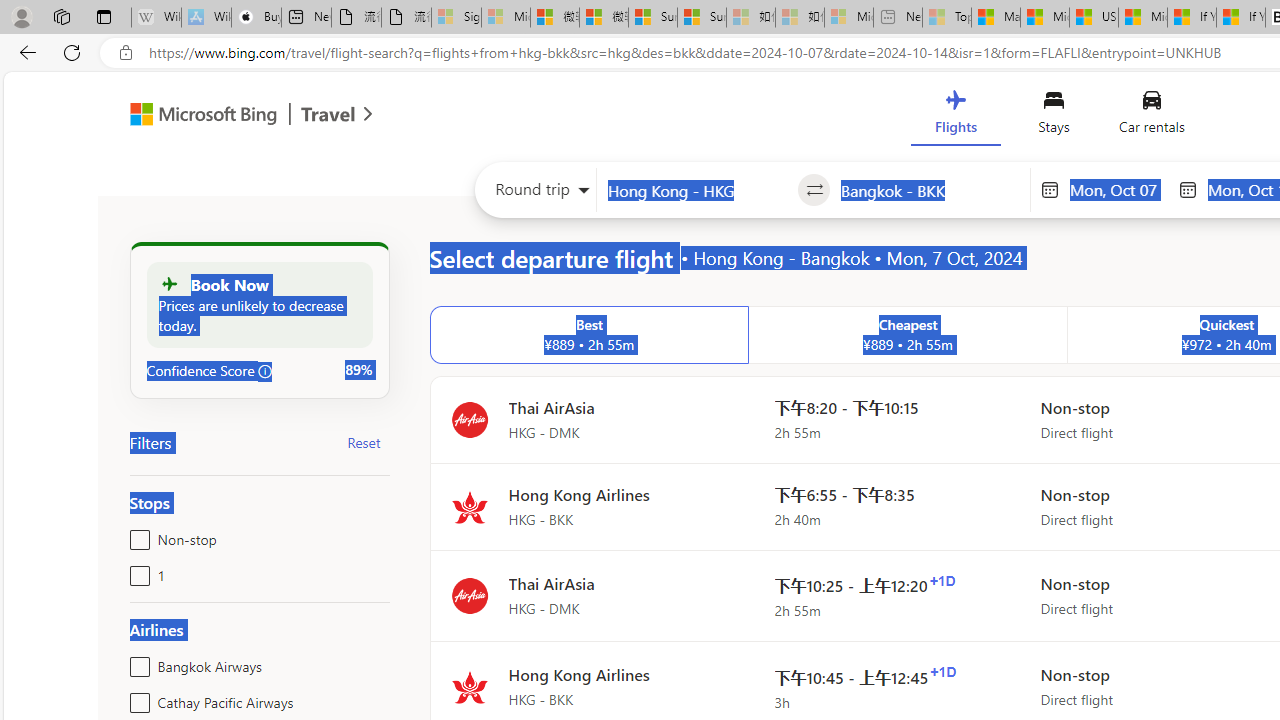 This screenshot has height=720, width=1280. Describe the element at coordinates (995, 17) in the screenshot. I see `'Marine life - MSN'` at that location.